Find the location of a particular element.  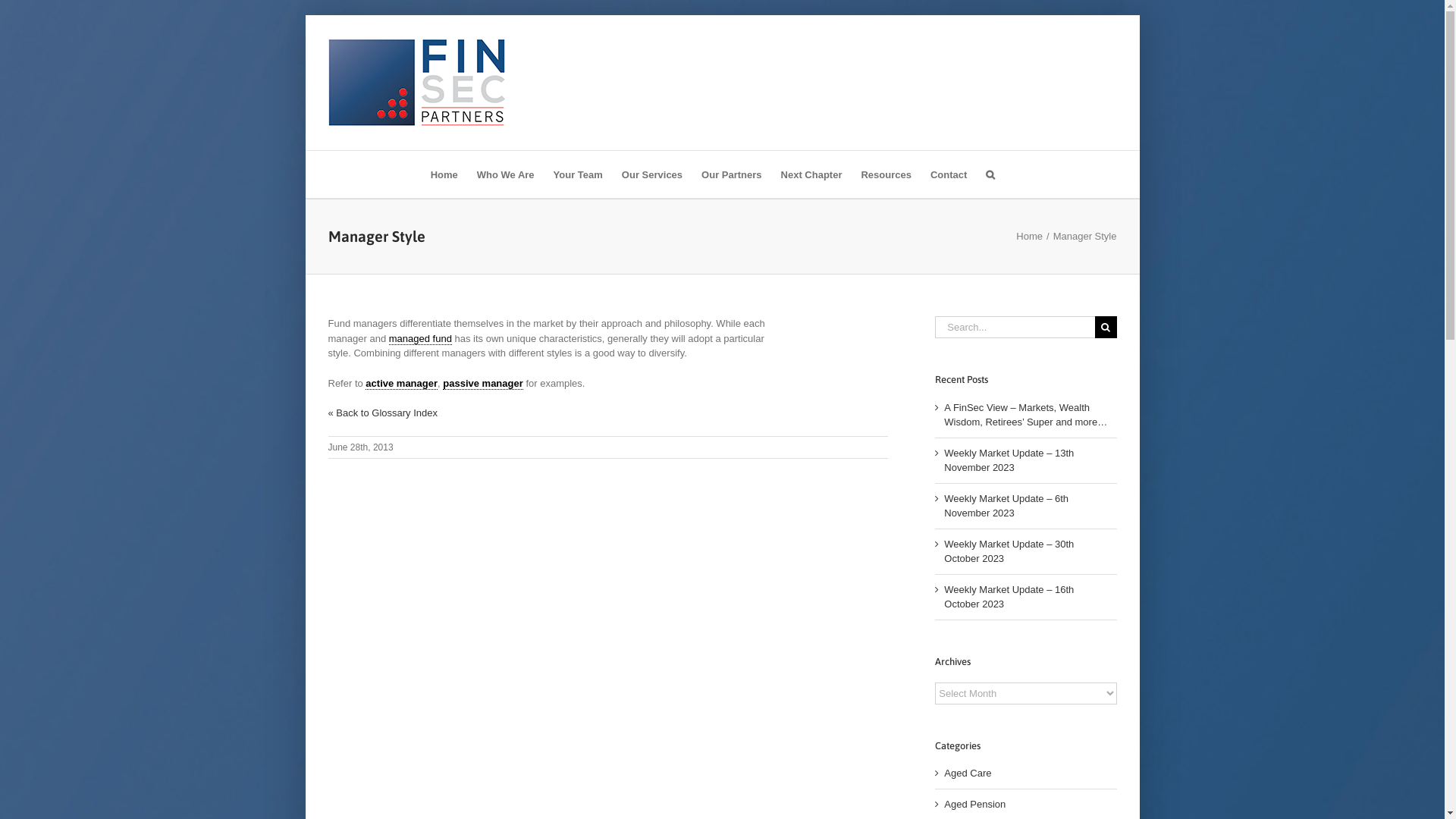

'Resources' is located at coordinates (885, 174).